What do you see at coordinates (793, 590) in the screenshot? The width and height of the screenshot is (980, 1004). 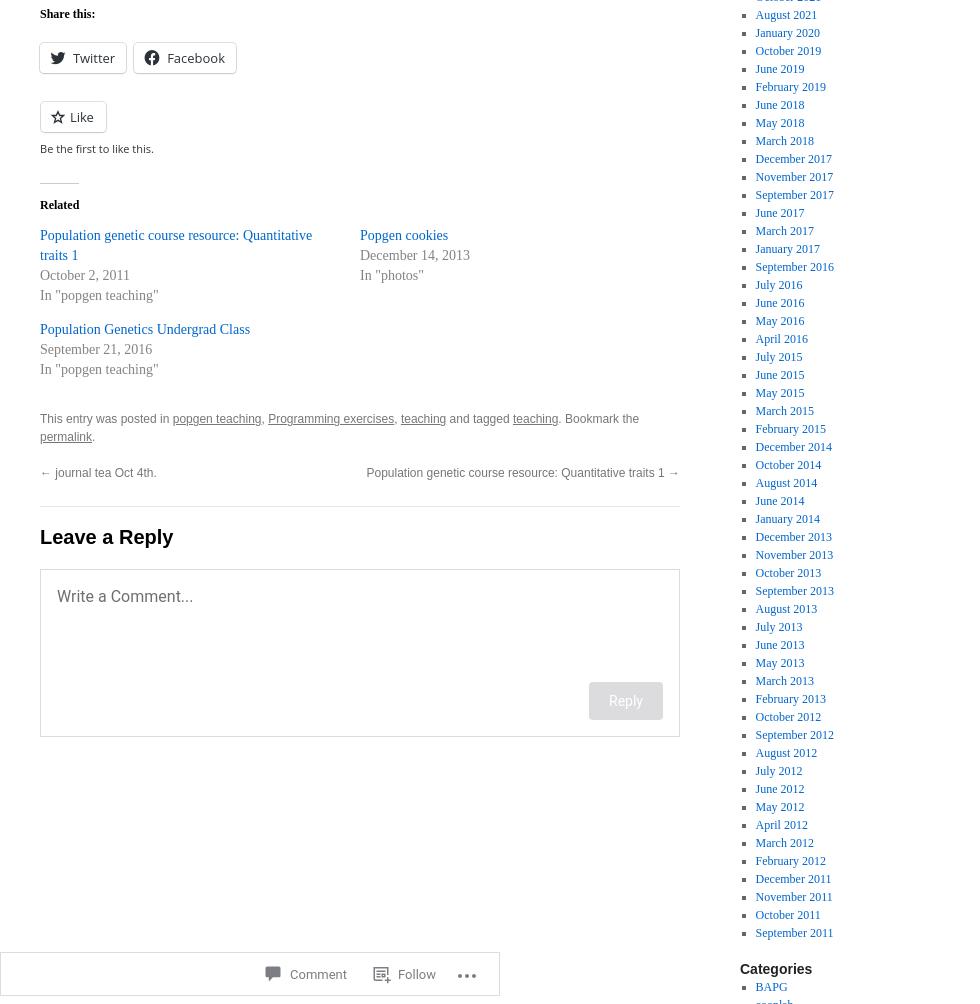 I see `'September 2013'` at bounding box center [793, 590].